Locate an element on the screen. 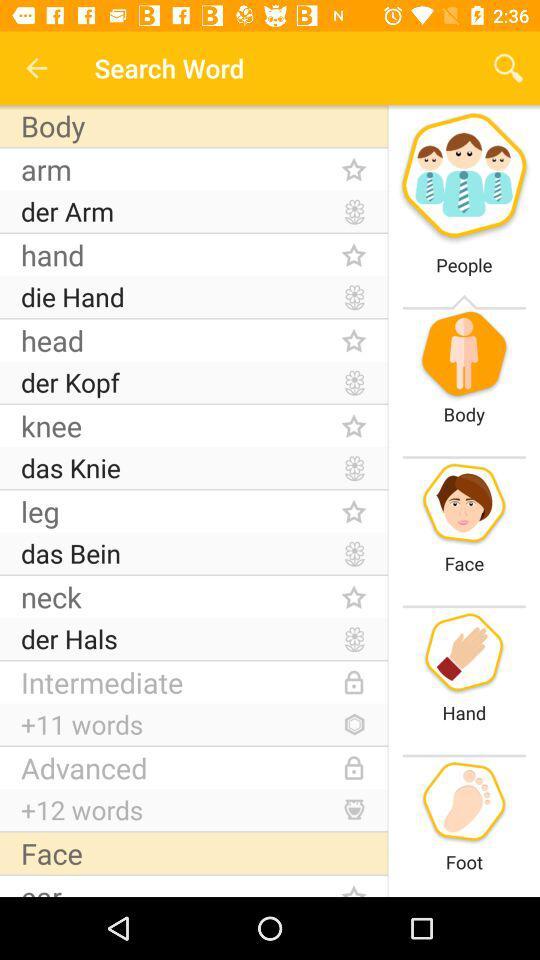 The width and height of the screenshot is (540, 960). the icon next to the search word is located at coordinates (36, 68).